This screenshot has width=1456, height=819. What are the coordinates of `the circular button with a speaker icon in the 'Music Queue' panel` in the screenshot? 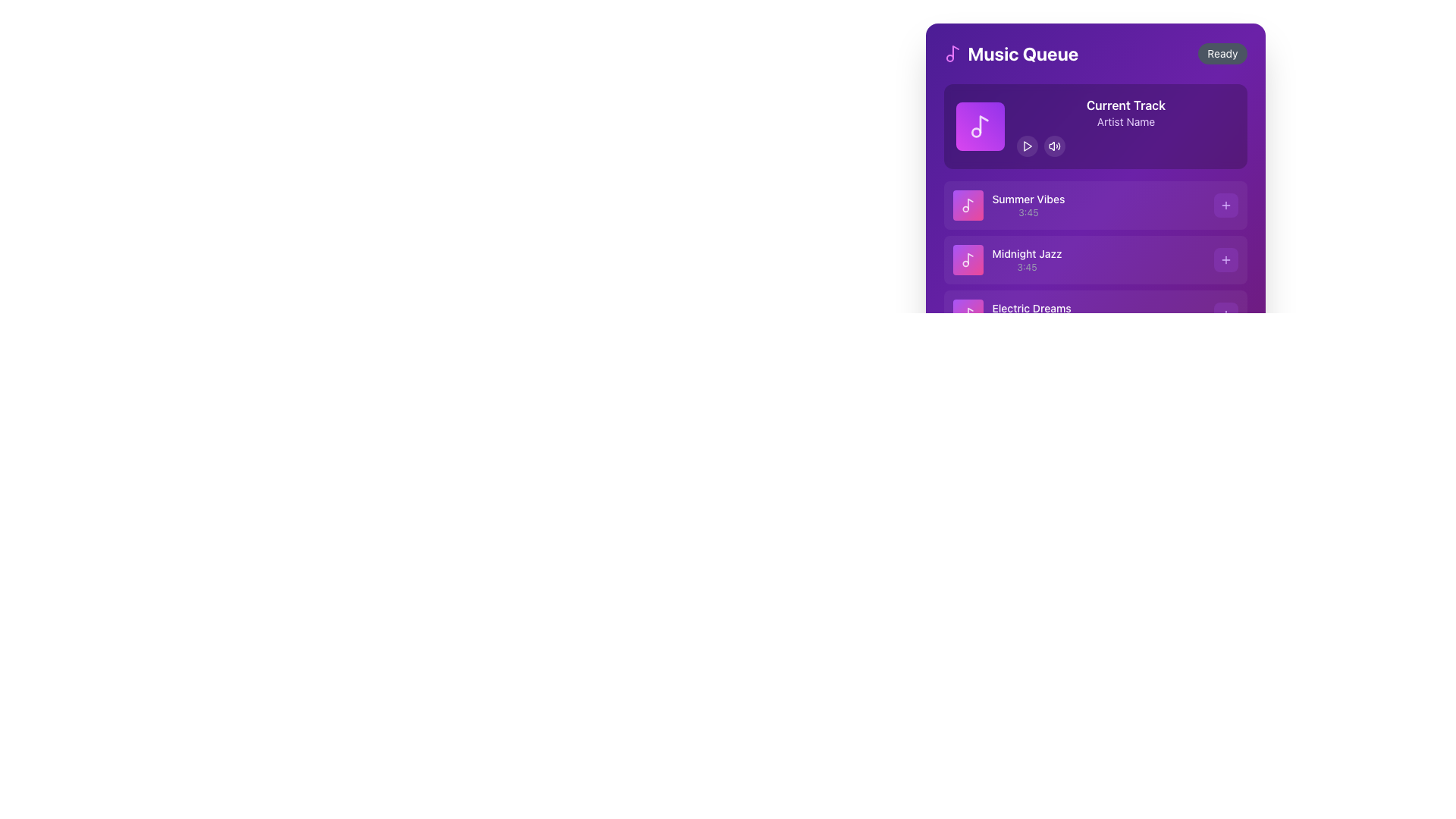 It's located at (1053, 146).